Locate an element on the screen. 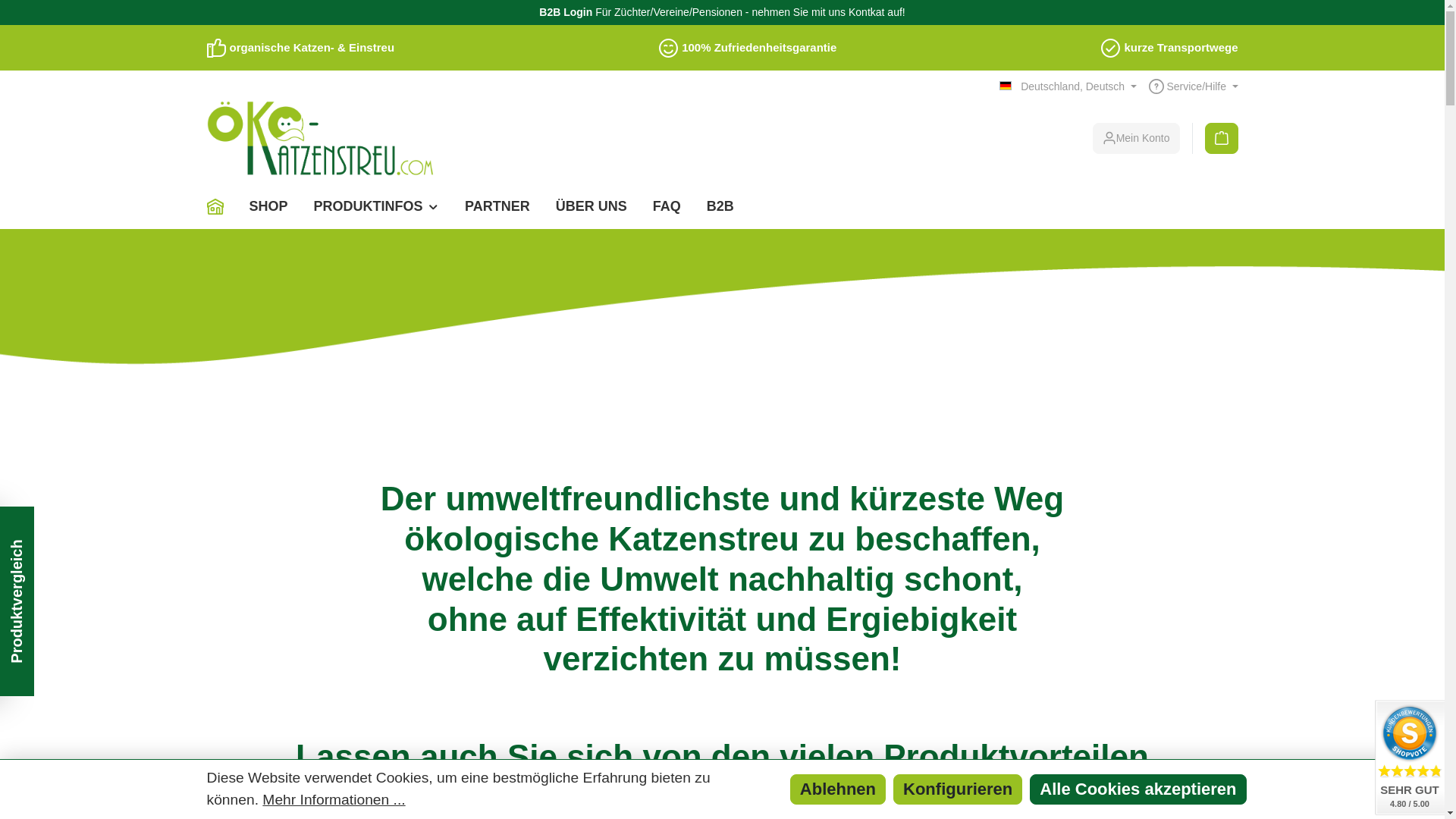 This screenshot has height=819, width=1456. 'Zur Startseite wechseln' is located at coordinates (319, 138).